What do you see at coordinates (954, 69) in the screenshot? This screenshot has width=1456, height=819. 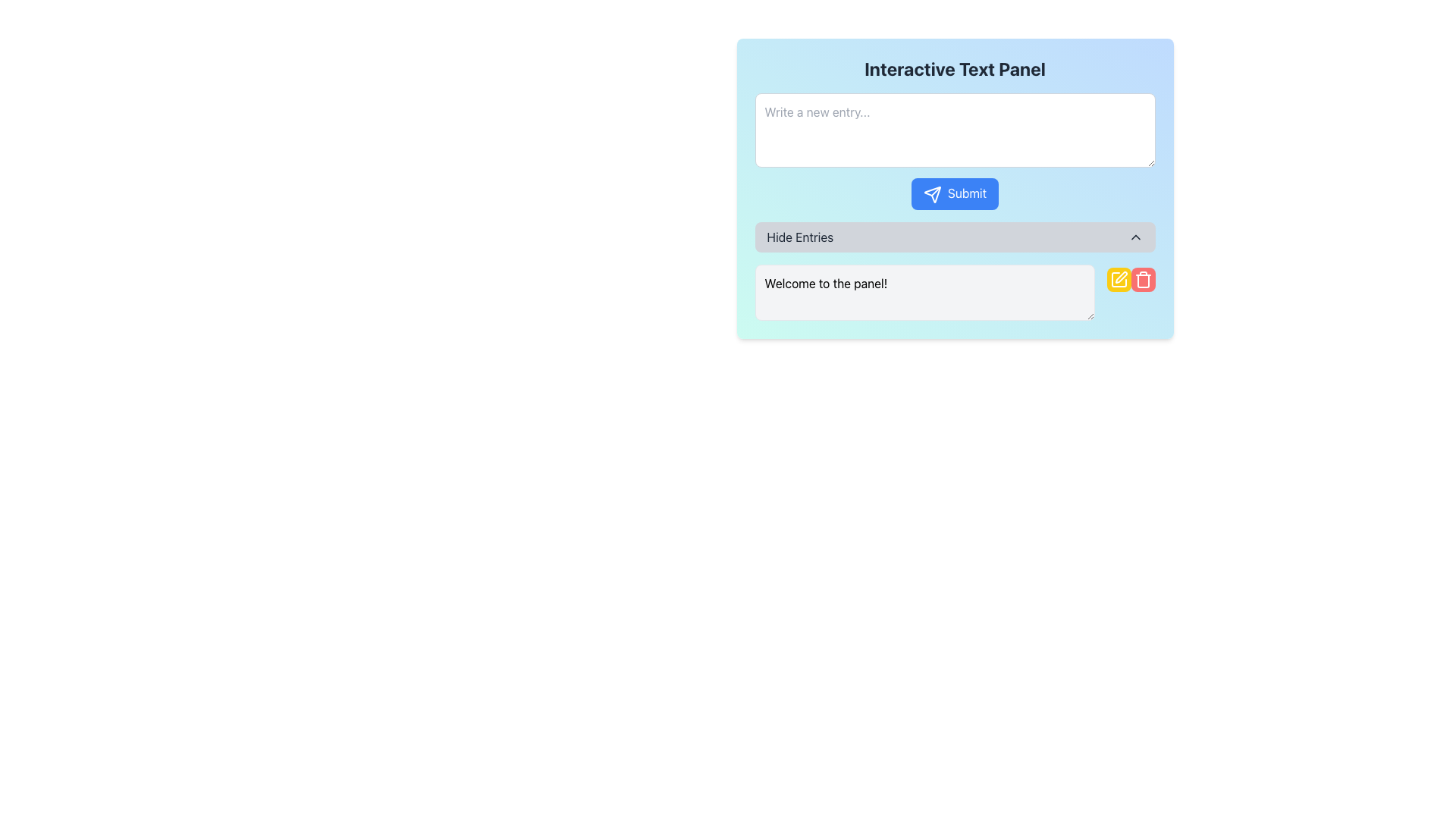 I see `the bold heading labeled 'Interactive Text Panel'` at bounding box center [954, 69].